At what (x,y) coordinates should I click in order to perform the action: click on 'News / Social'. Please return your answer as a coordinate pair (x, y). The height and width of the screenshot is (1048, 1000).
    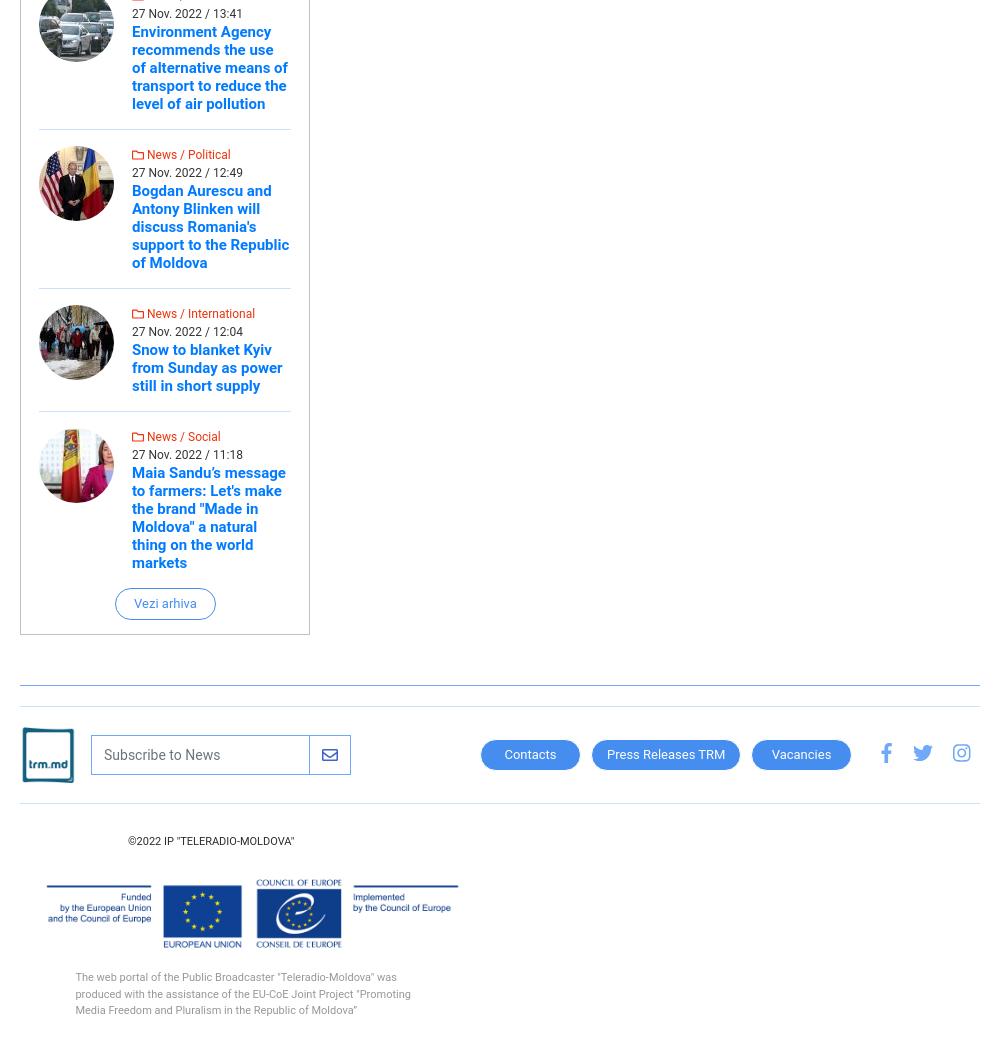
    Looking at the image, I should click on (182, 436).